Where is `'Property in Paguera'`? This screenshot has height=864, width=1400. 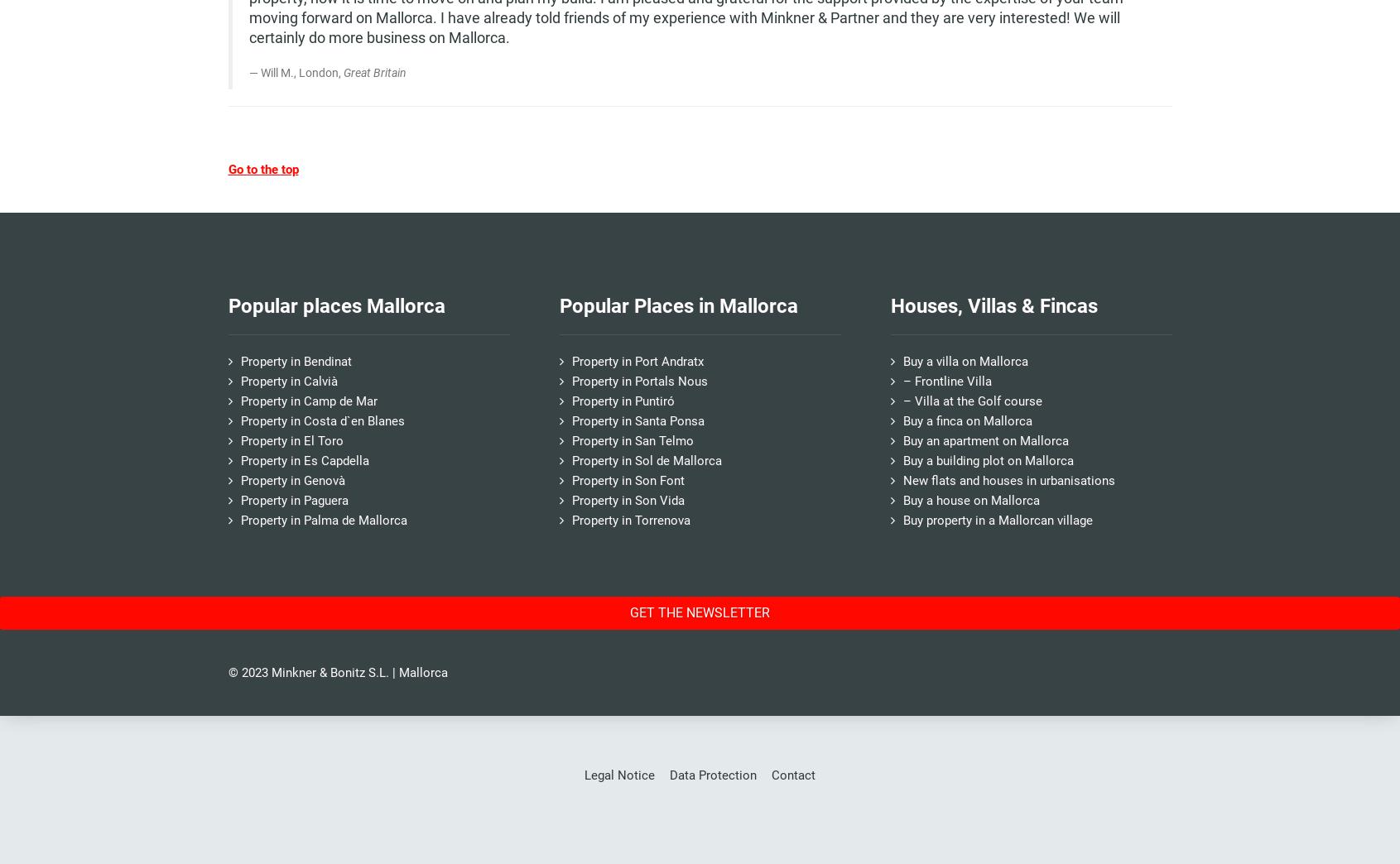
'Property in Paguera' is located at coordinates (240, 499).